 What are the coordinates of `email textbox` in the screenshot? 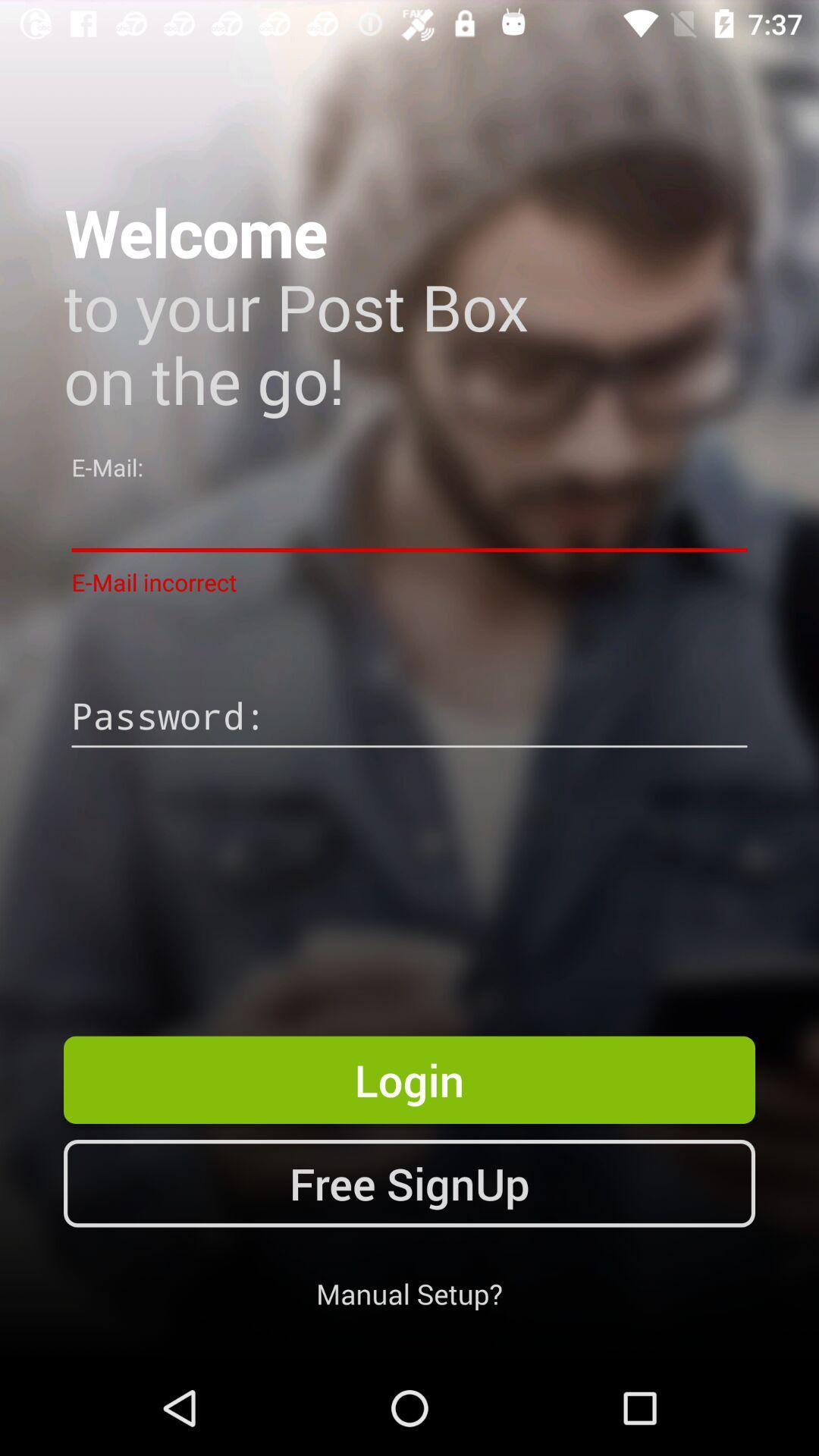 It's located at (409, 520).